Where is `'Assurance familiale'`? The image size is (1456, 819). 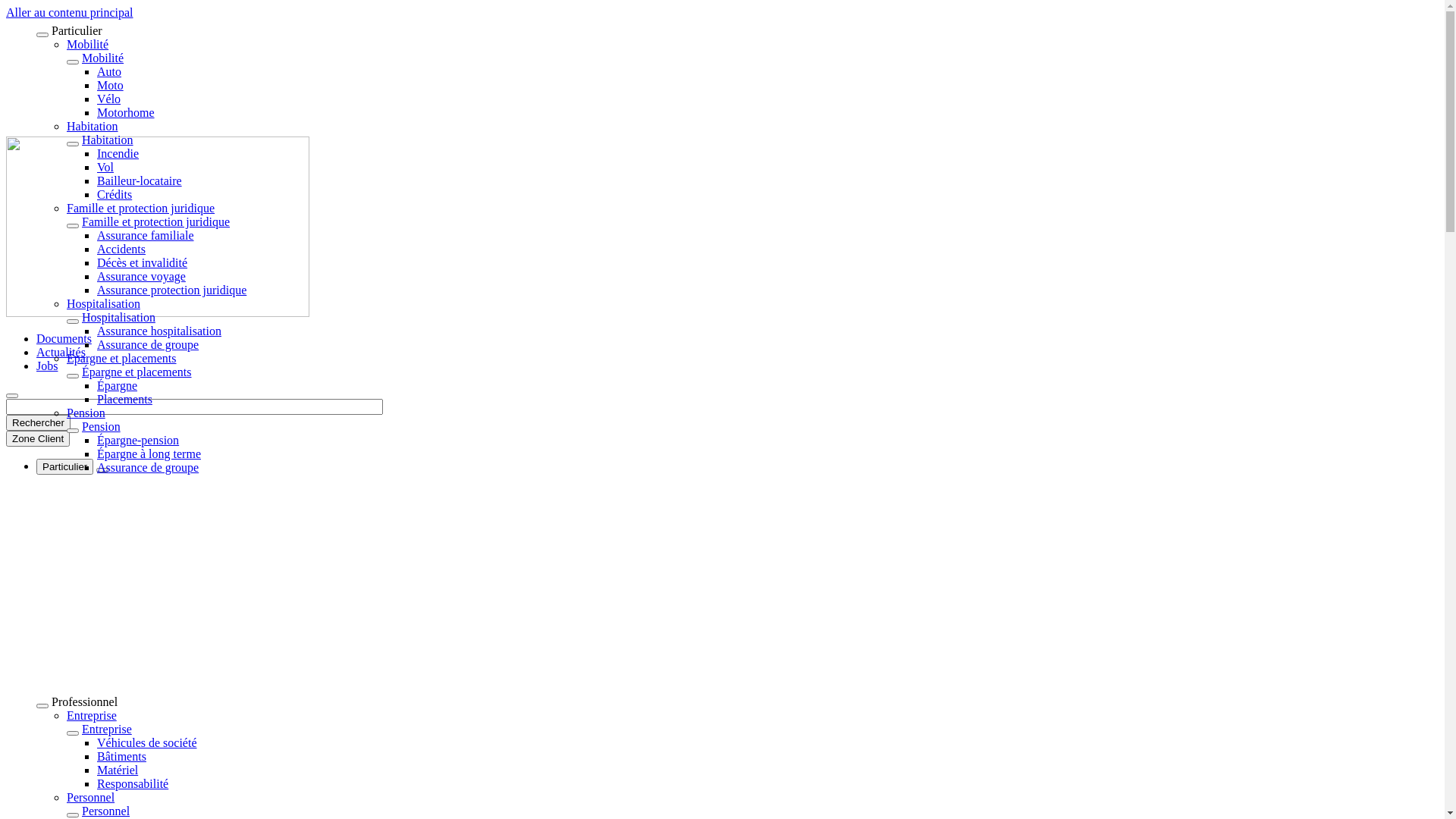
'Assurance familiale' is located at coordinates (146, 235).